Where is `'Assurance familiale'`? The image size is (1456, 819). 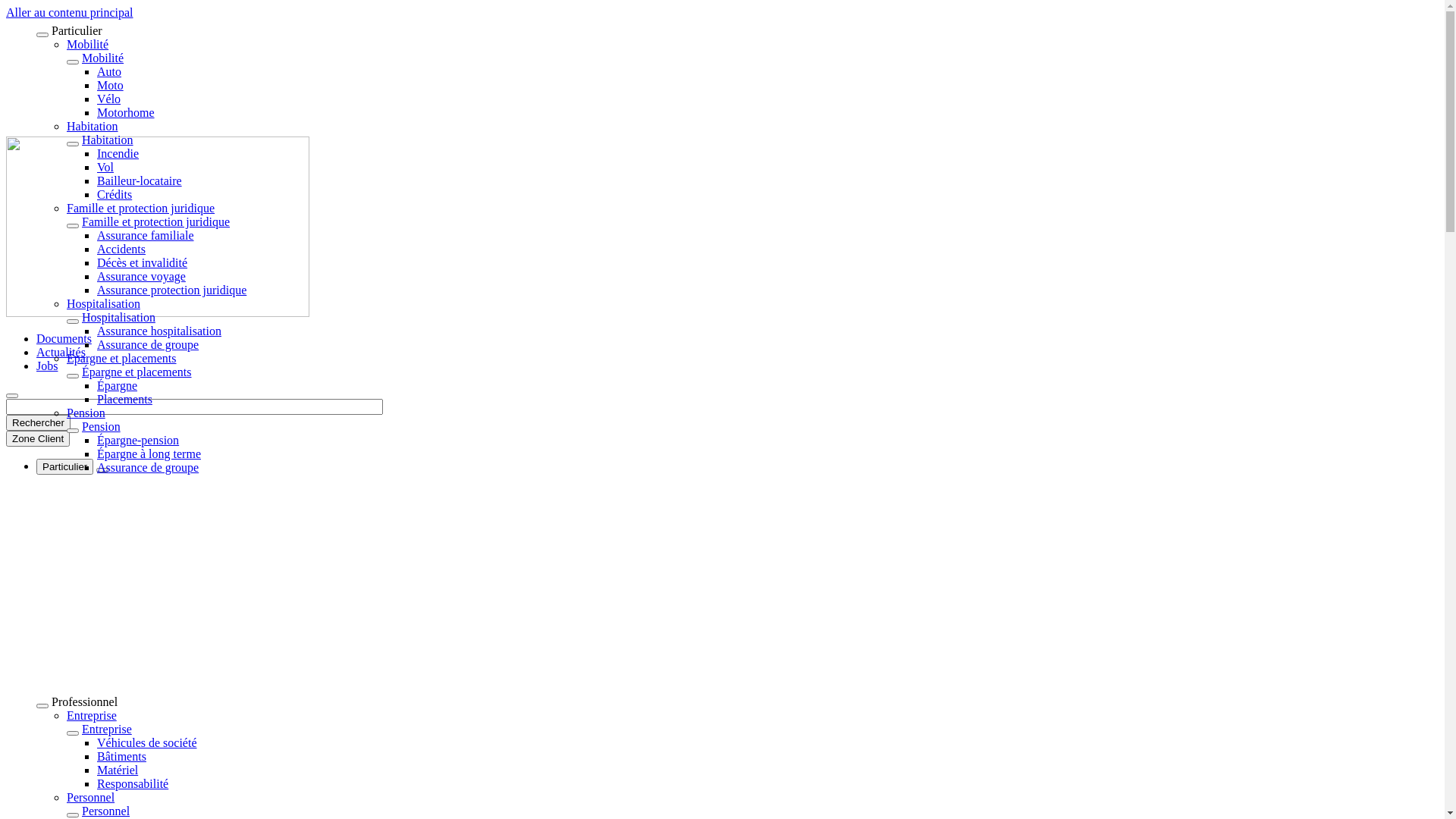
'Assurance familiale' is located at coordinates (146, 235).